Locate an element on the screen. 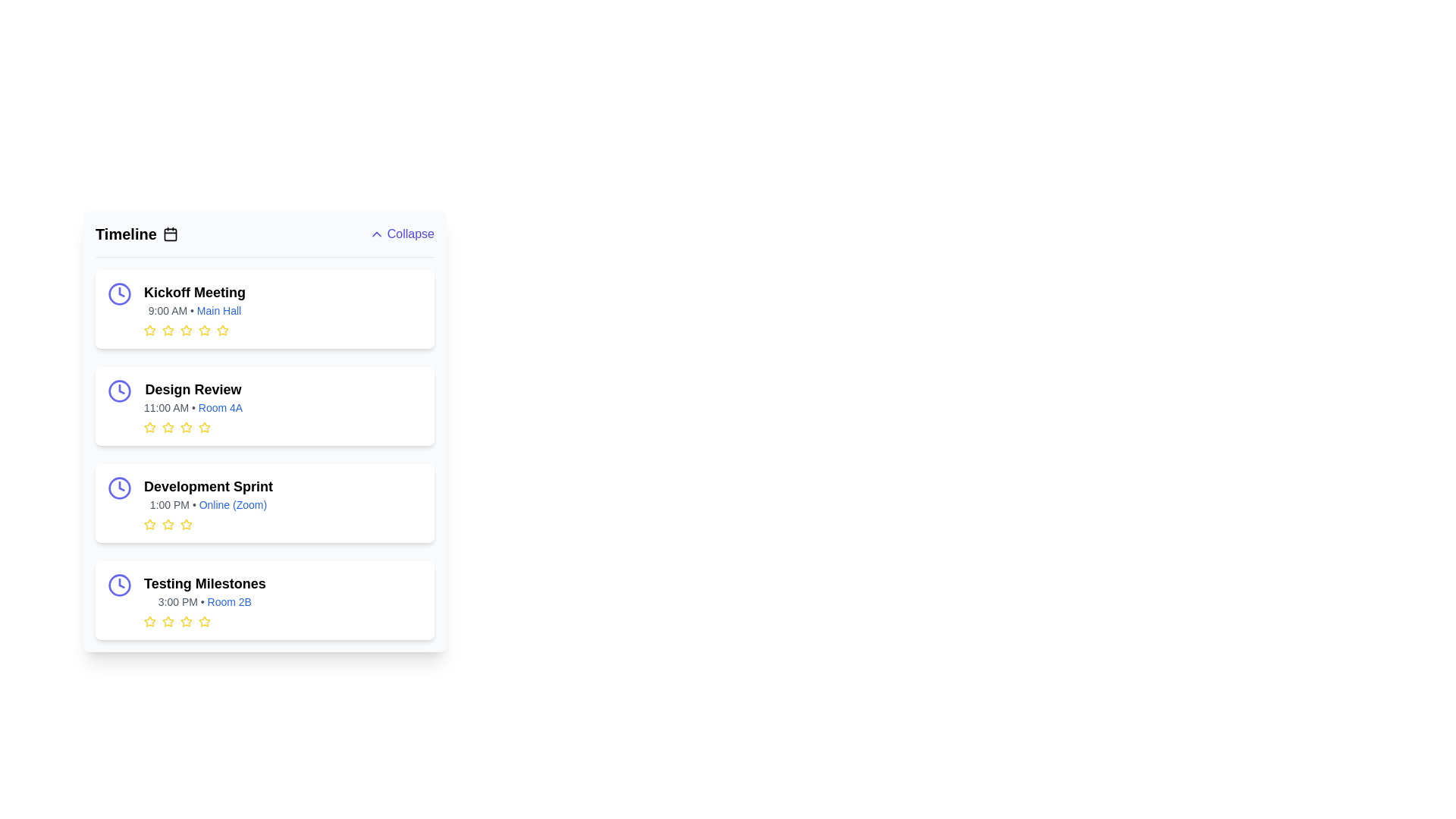 This screenshot has width=1456, height=819. the bold title text 'Development Sprint' located at the top of the third card in the vertical timeline interface is located at coordinates (207, 486).